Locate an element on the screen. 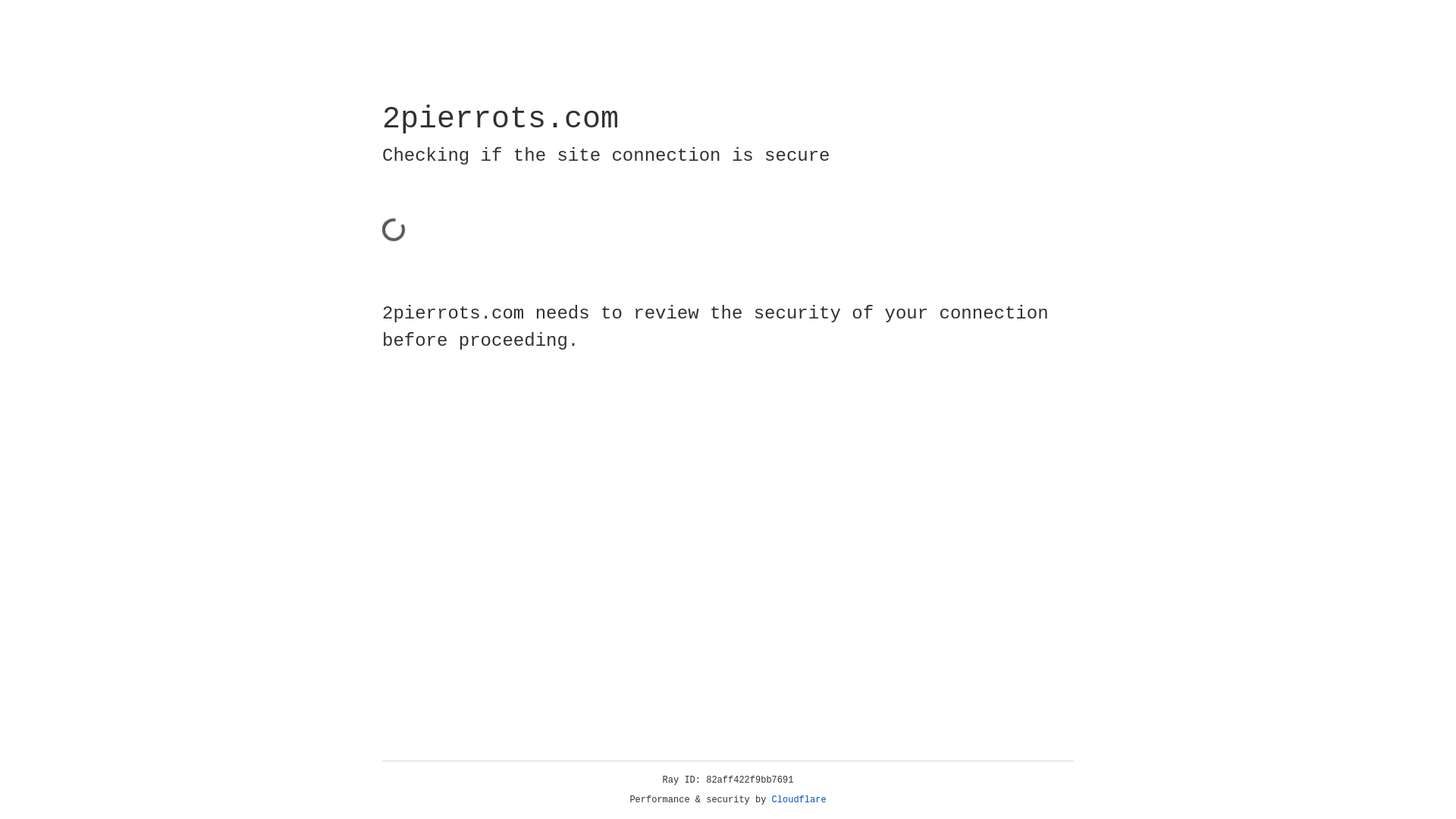 The width and height of the screenshot is (1456, 819). 'Cloudflare' is located at coordinates (799, 799).